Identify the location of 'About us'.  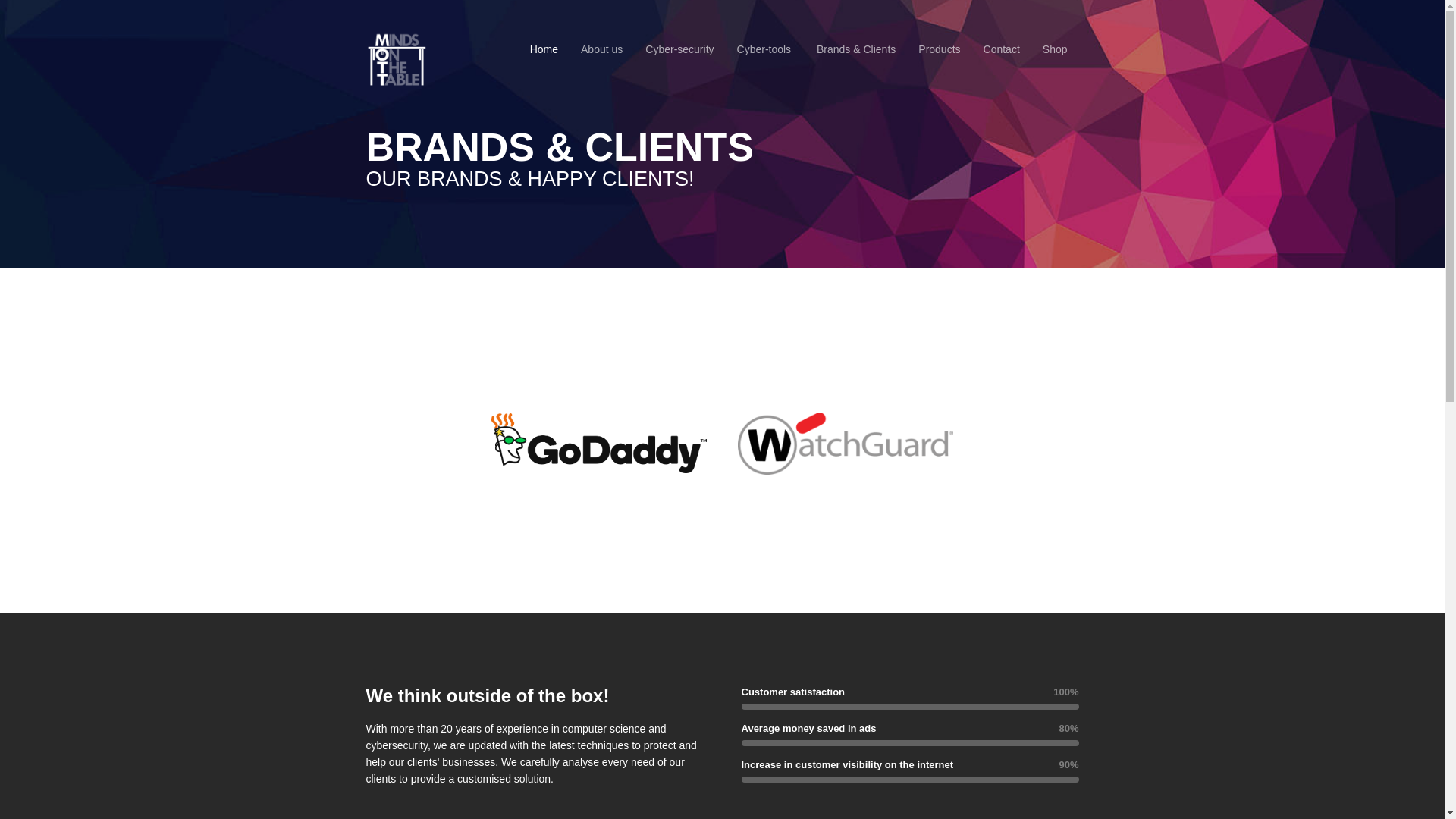
(601, 49).